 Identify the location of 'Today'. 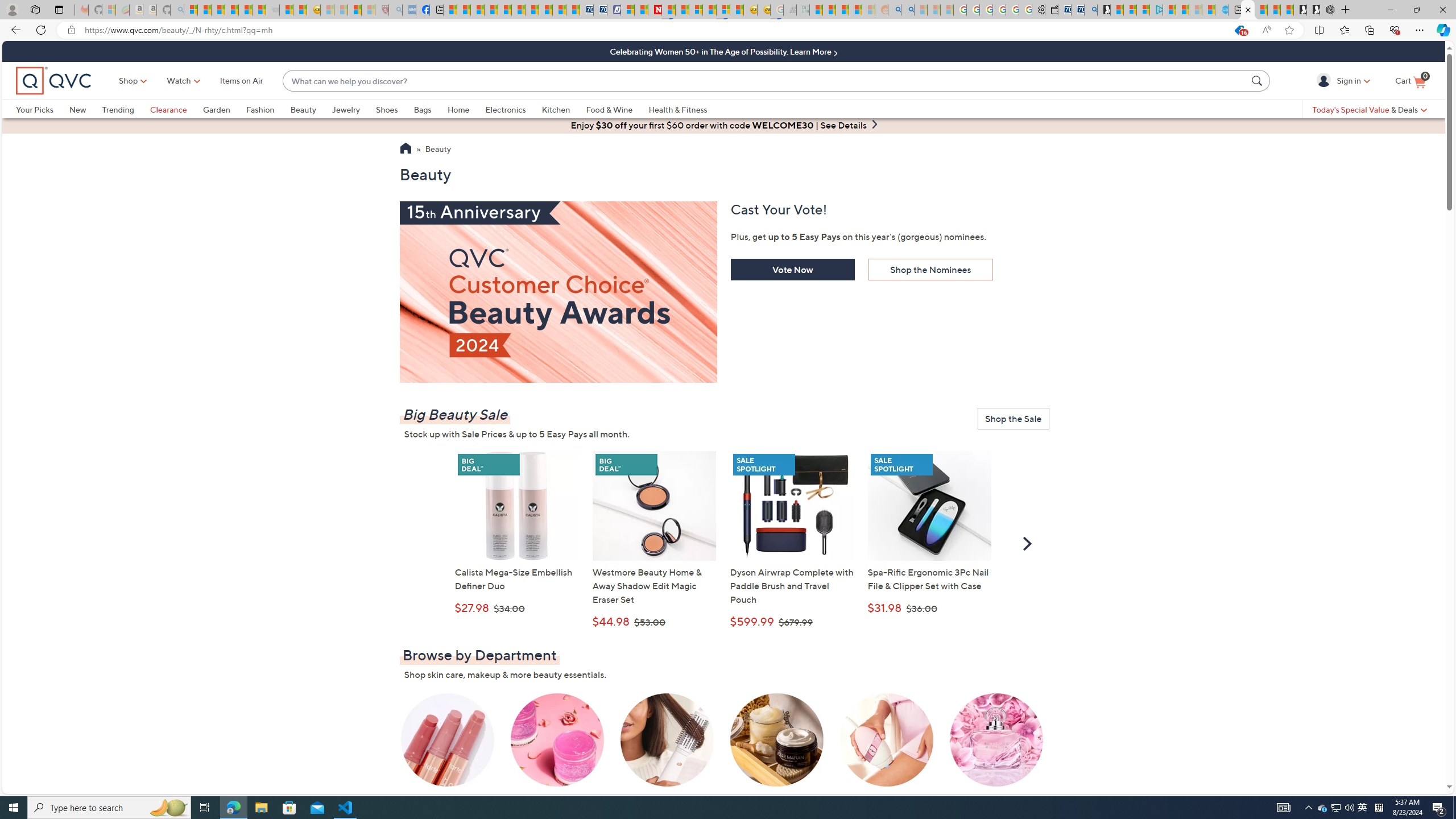
(1368, 109).